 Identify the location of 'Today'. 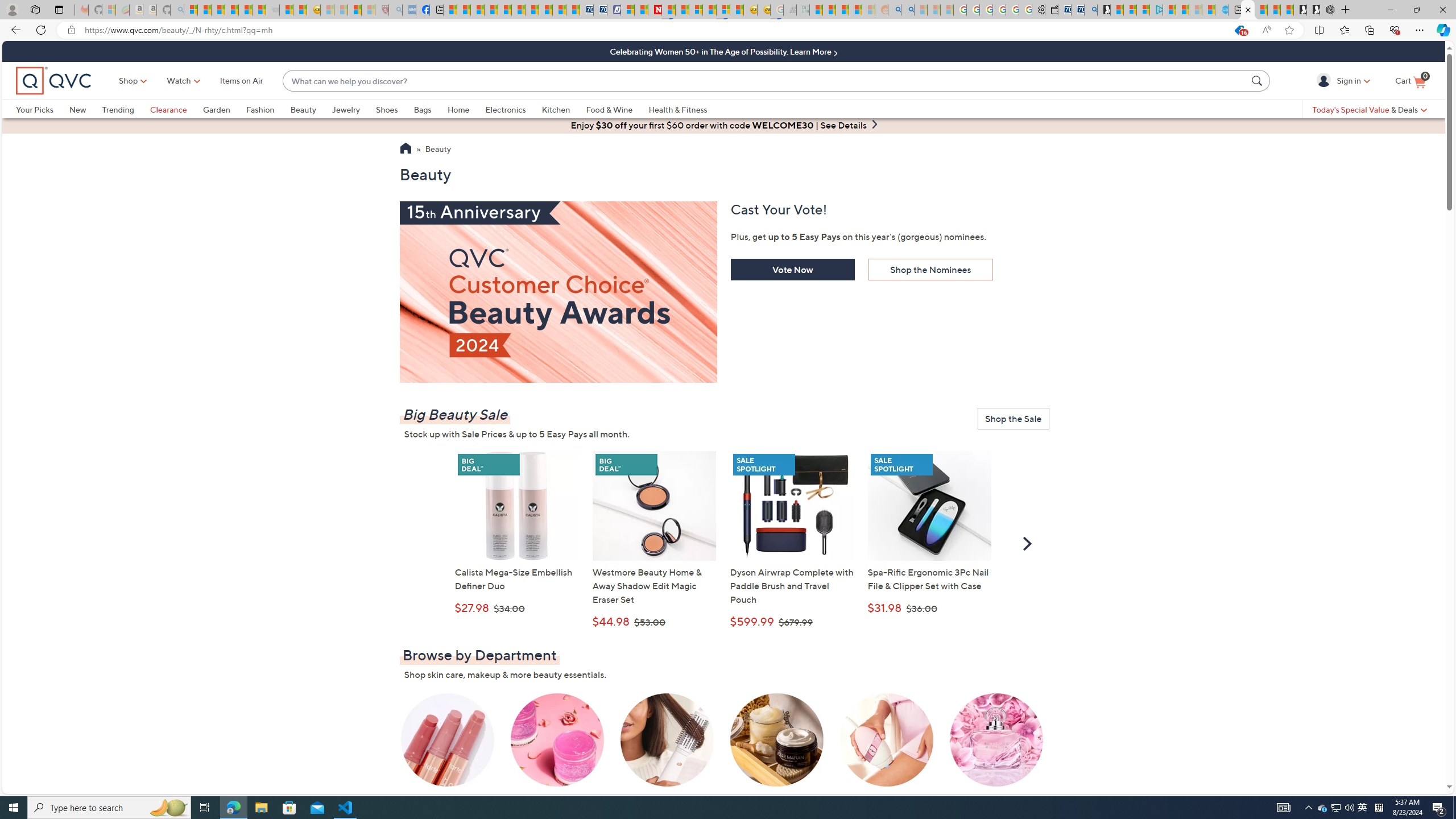
(1368, 109).